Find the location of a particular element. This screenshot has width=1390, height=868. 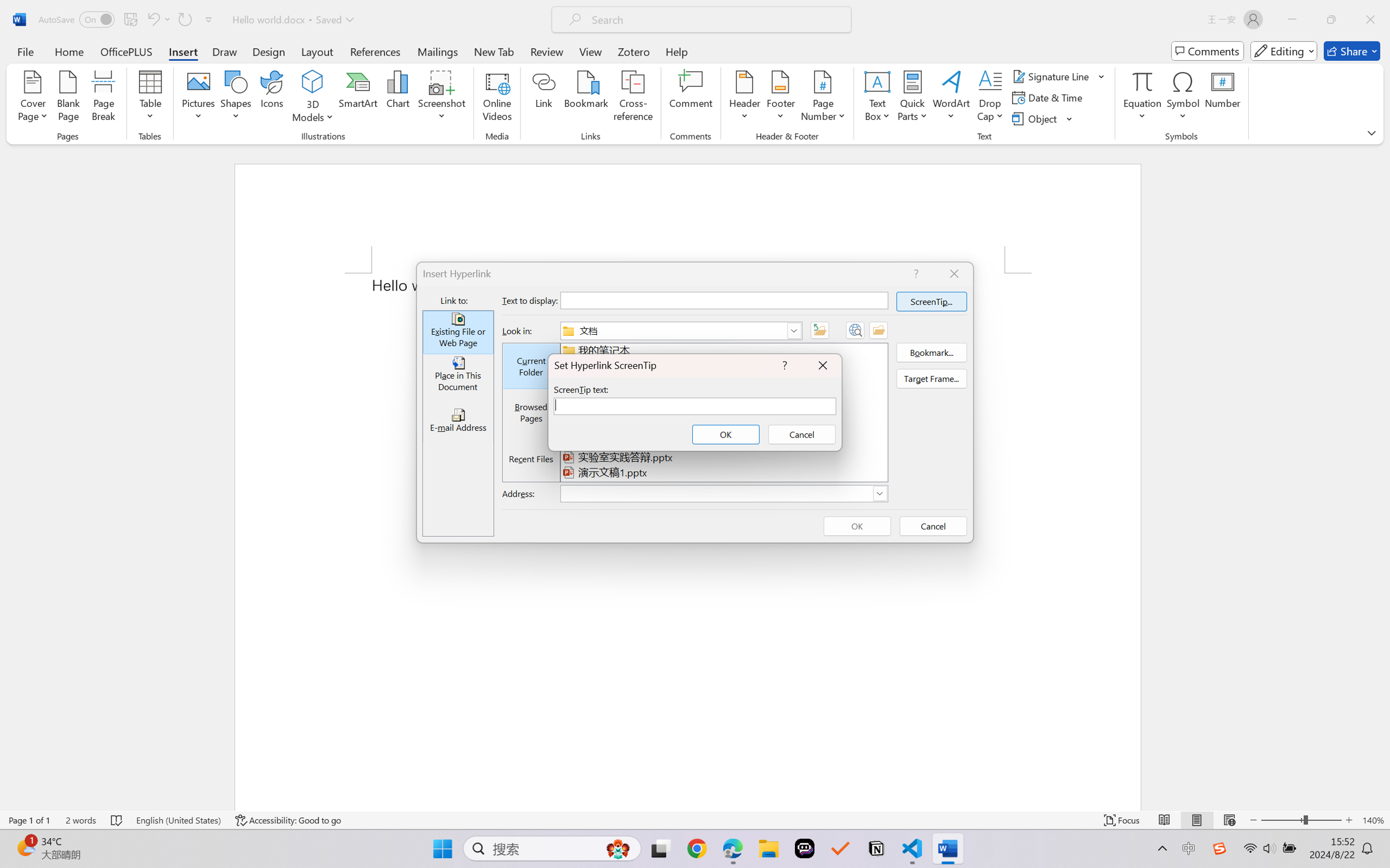

'Text to display:' is located at coordinates (723, 300).